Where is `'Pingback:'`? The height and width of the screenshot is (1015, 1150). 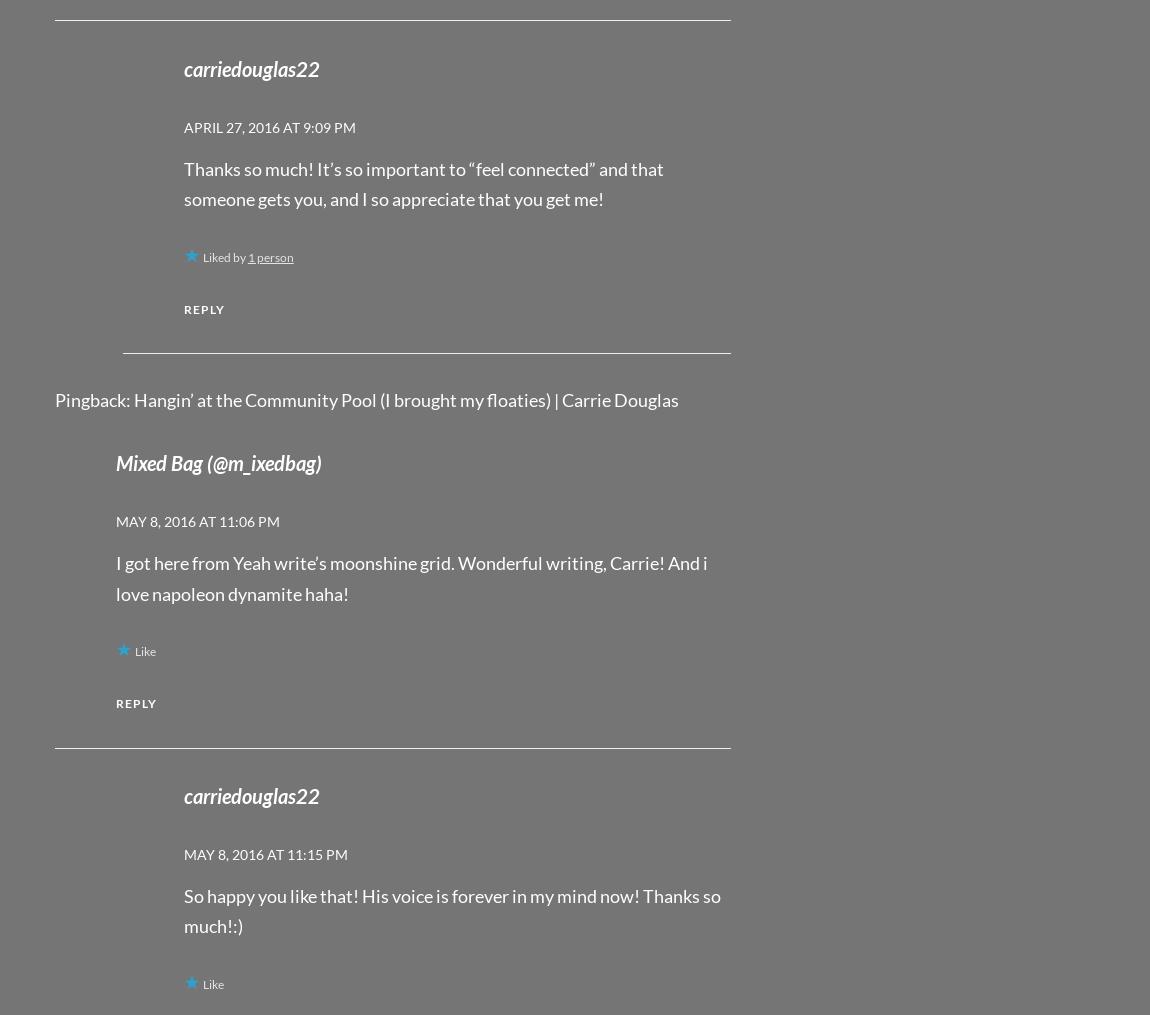 'Pingback:' is located at coordinates (93, 398).